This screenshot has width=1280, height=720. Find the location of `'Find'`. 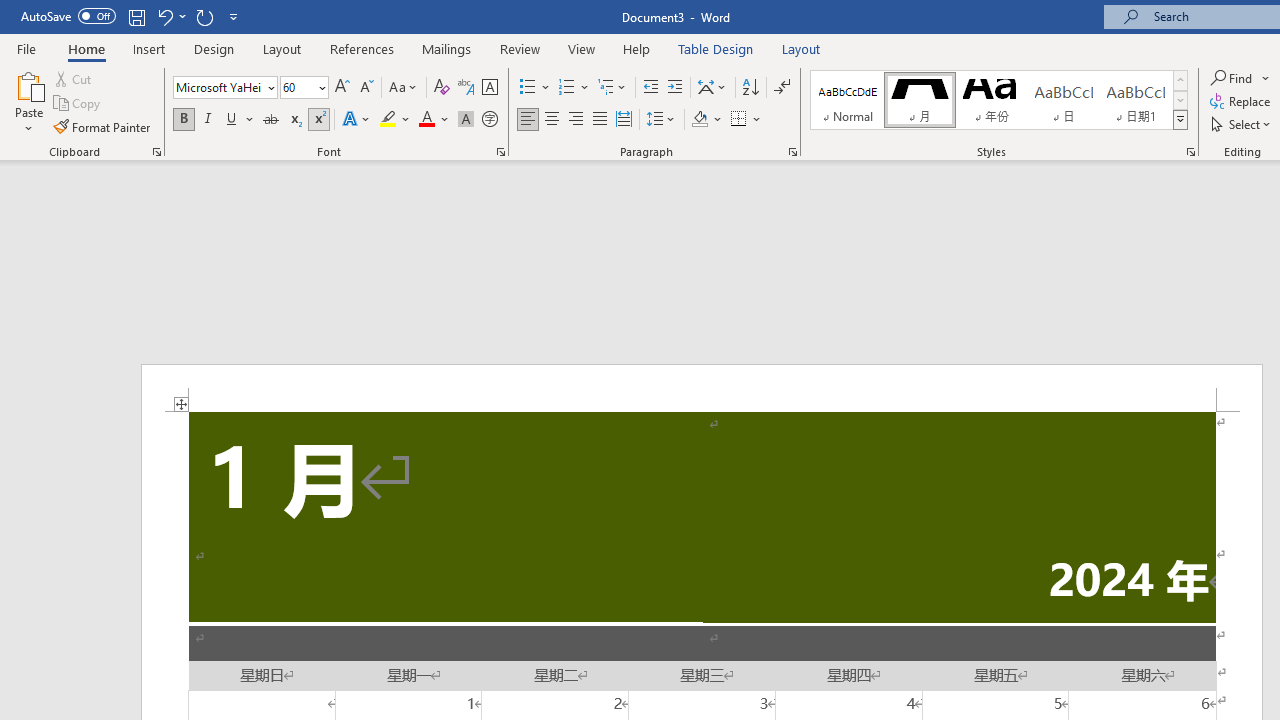

'Find' is located at coordinates (1239, 77).